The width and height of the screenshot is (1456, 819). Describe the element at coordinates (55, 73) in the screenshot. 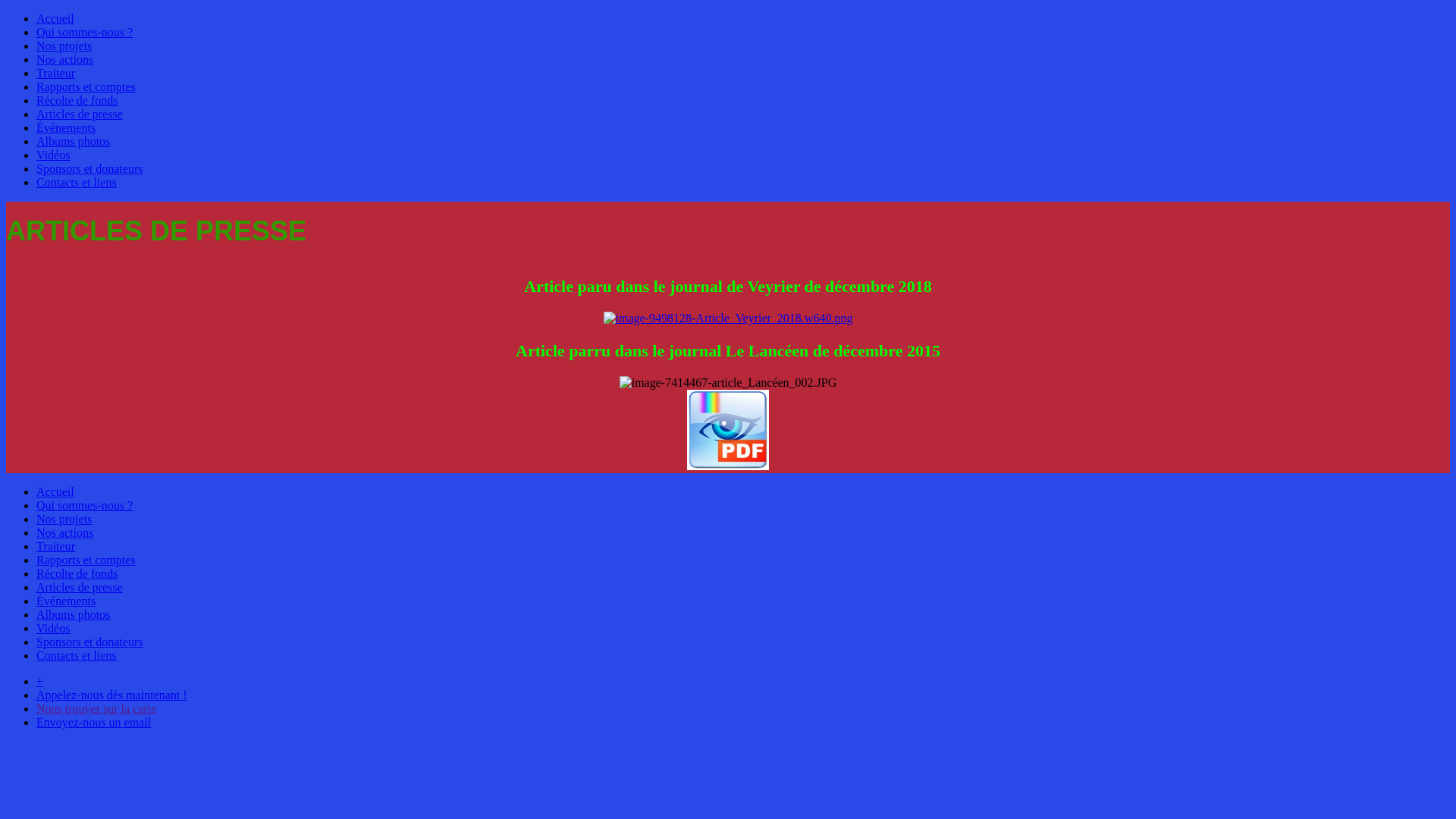

I see `'Traiteur'` at that location.